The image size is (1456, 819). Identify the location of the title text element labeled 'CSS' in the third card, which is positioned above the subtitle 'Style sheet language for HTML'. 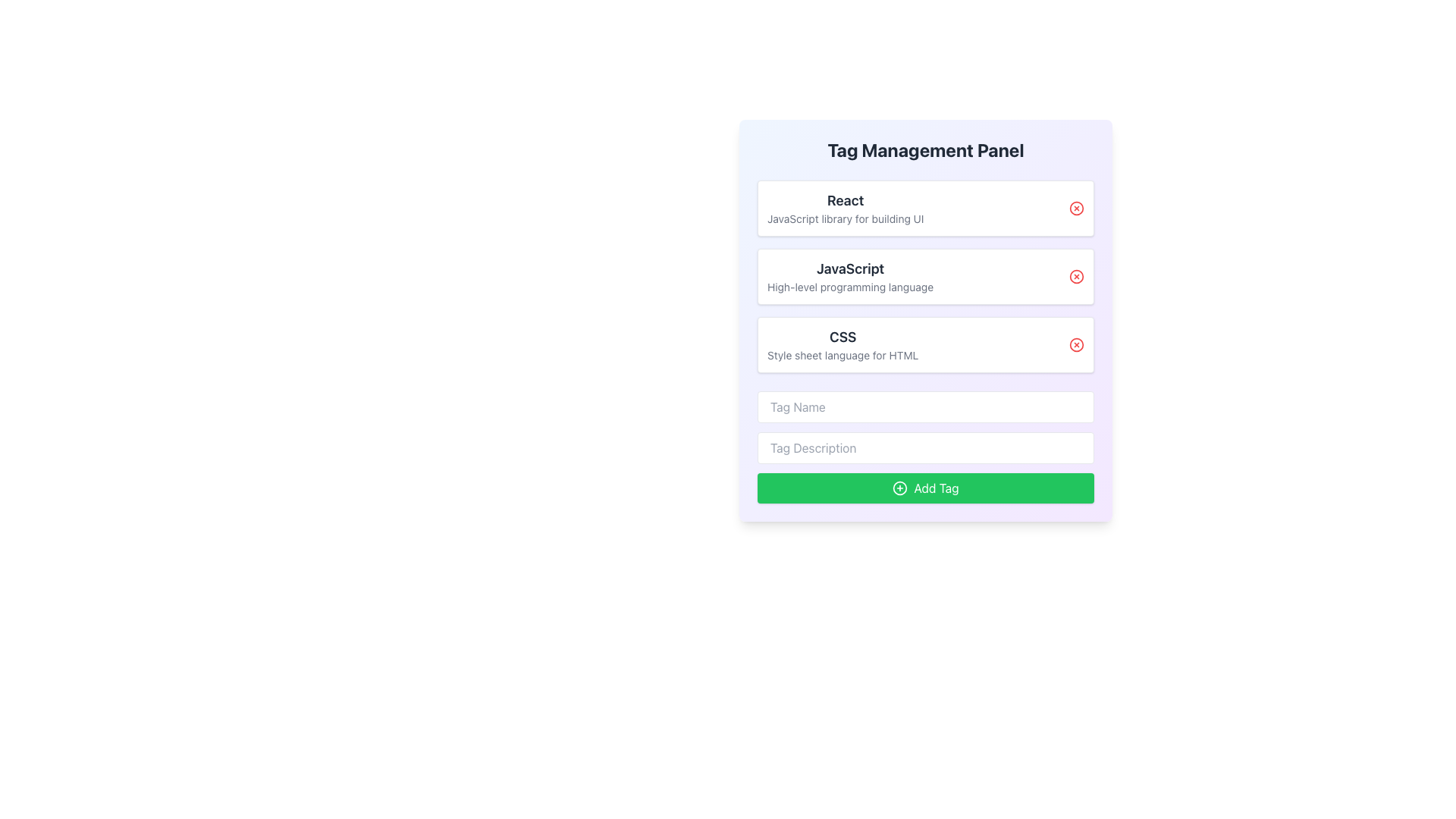
(842, 336).